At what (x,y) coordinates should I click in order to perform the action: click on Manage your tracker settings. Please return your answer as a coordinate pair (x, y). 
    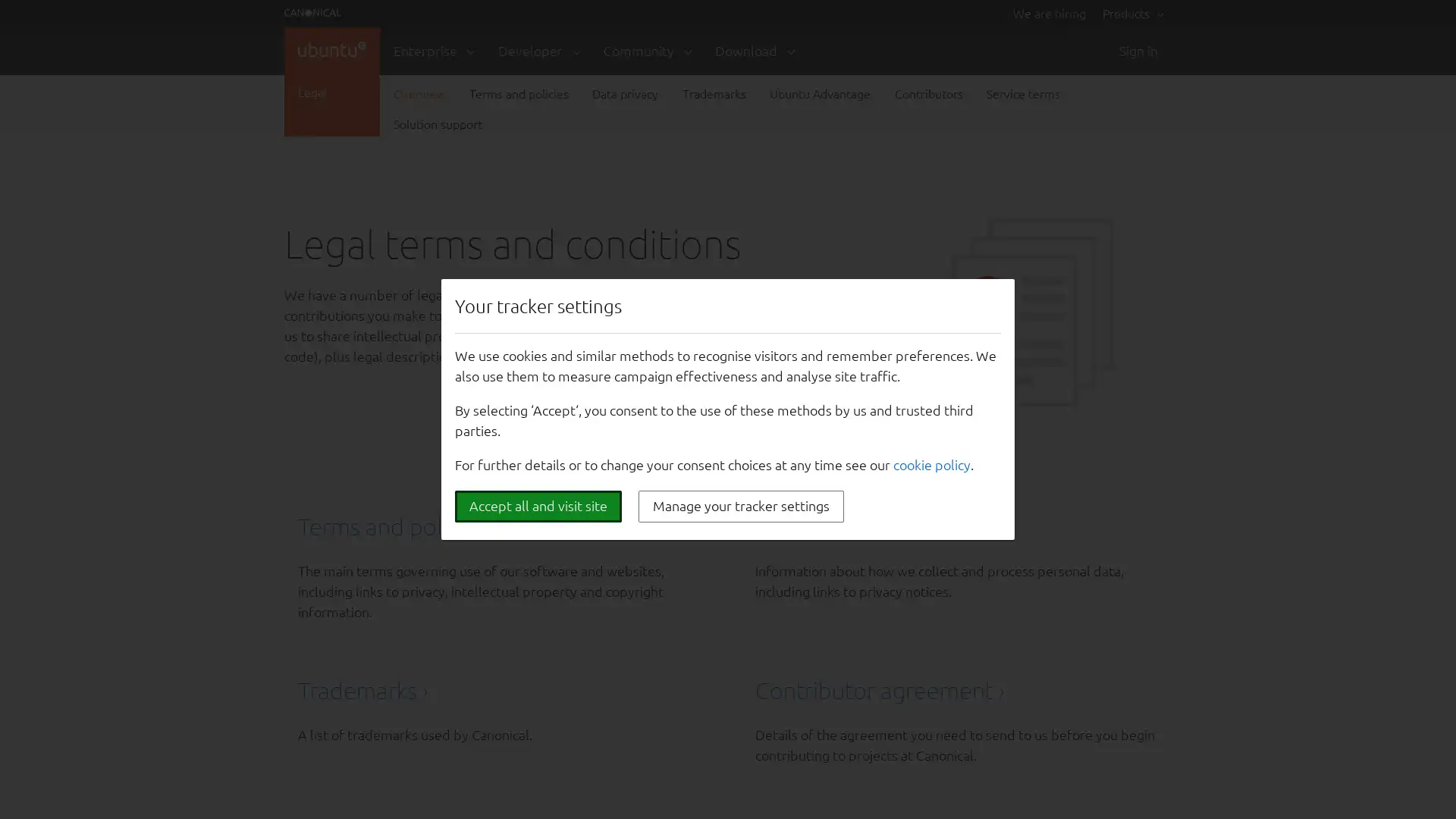
    Looking at the image, I should click on (741, 506).